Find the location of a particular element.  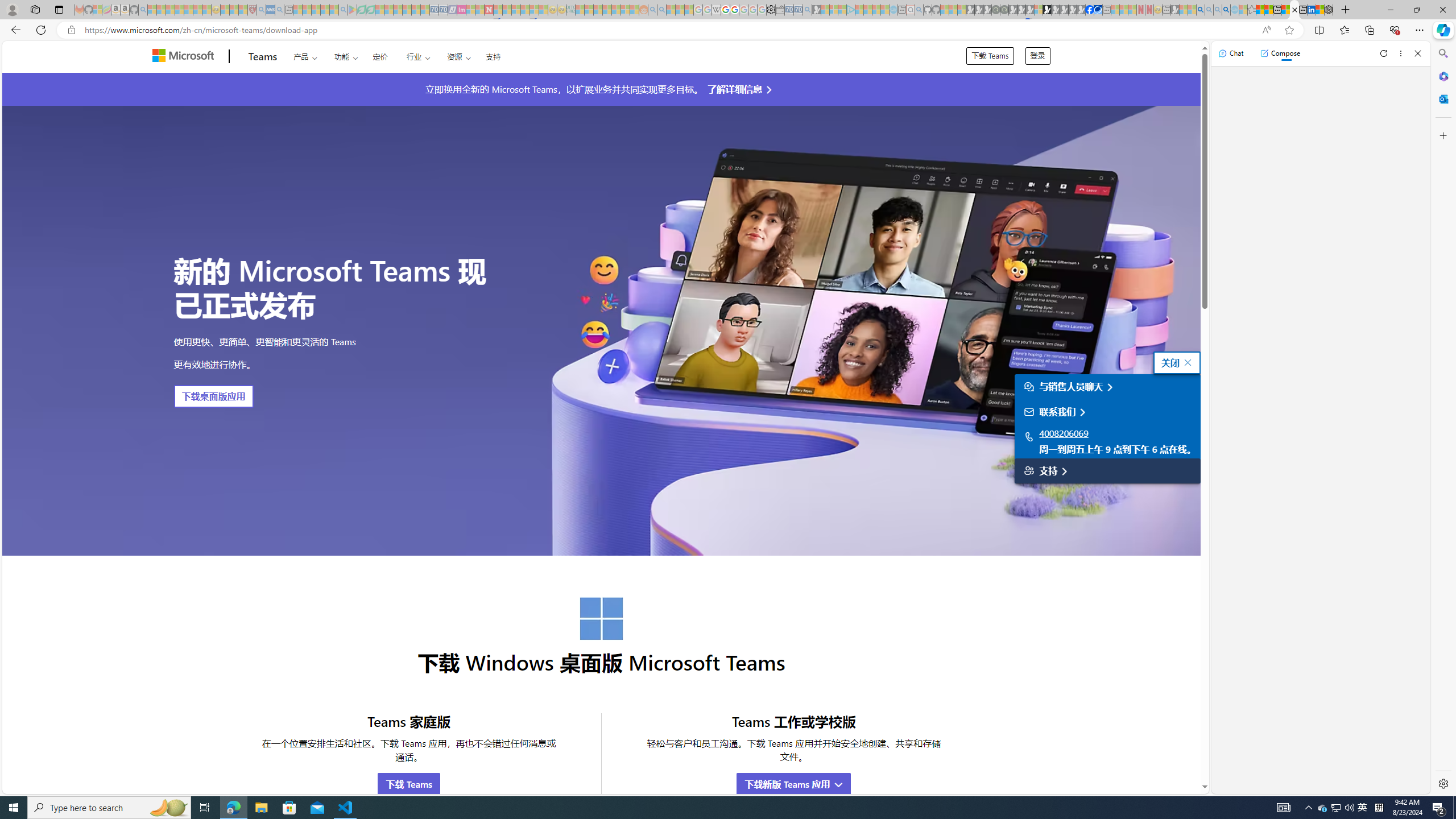

'Compose' is located at coordinates (1280, 52).